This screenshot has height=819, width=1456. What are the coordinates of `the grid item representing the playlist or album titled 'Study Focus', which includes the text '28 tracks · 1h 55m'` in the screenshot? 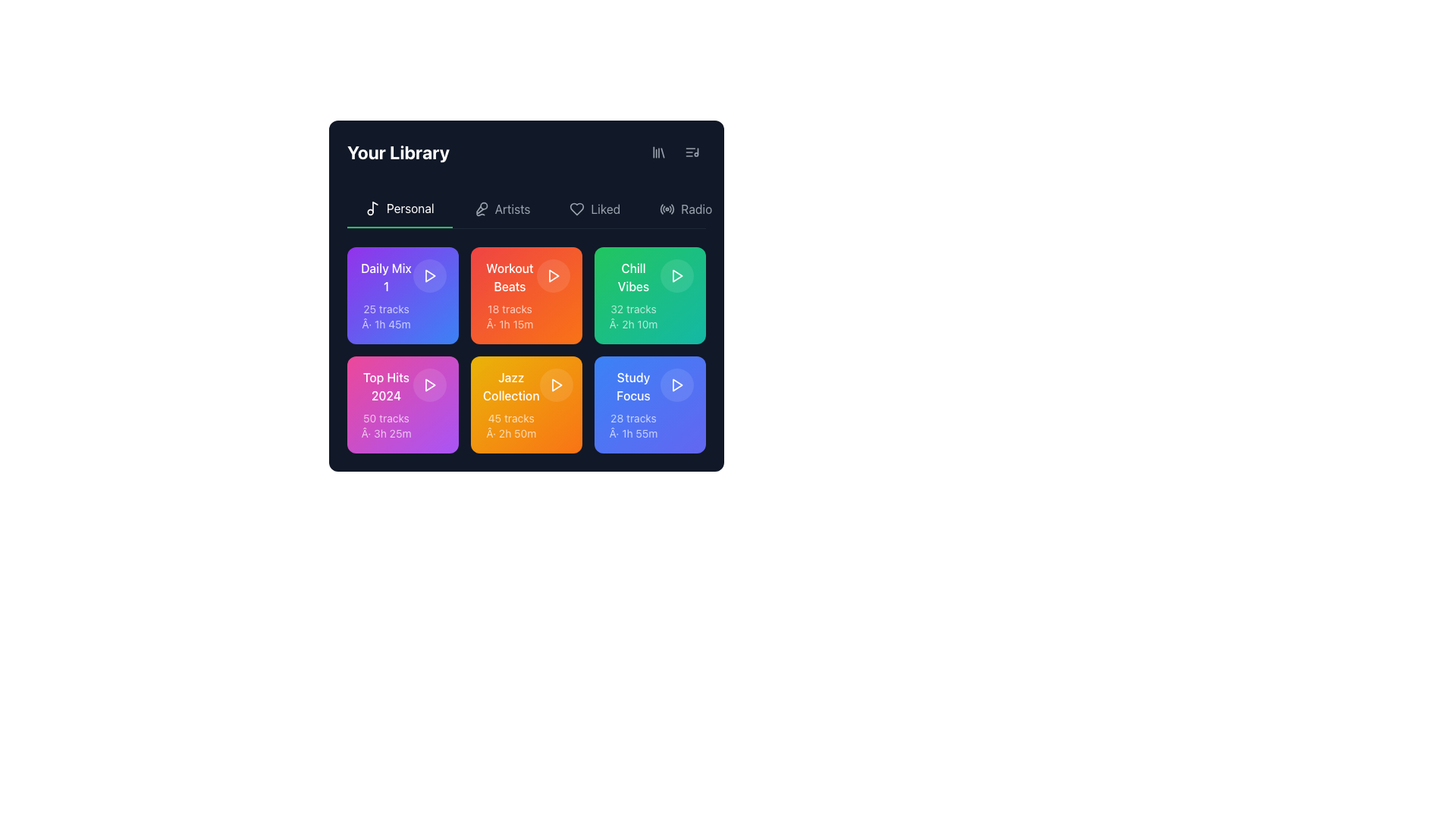 It's located at (633, 403).